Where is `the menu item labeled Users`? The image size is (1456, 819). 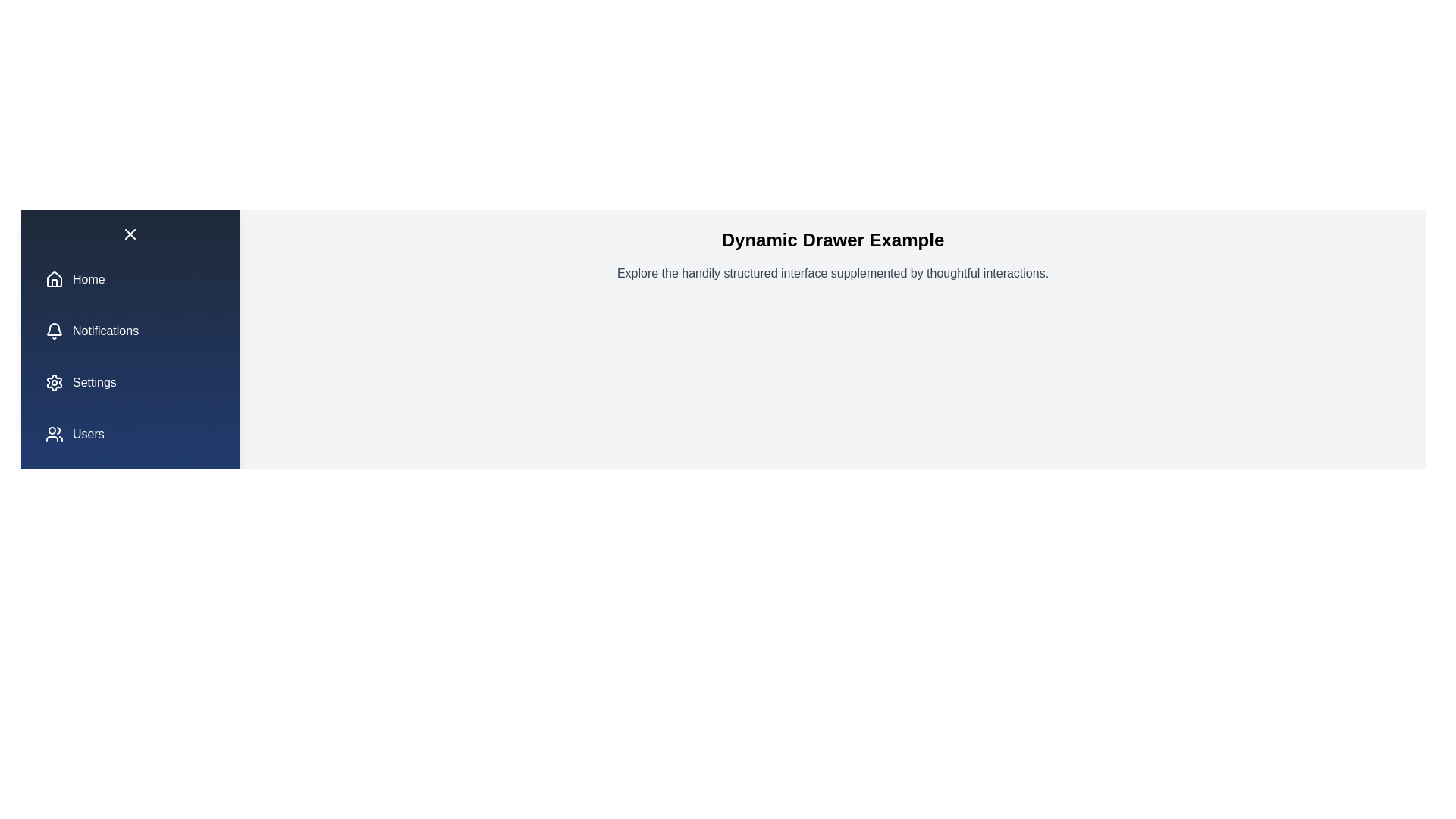 the menu item labeled Users is located at coordinates (130, 435).